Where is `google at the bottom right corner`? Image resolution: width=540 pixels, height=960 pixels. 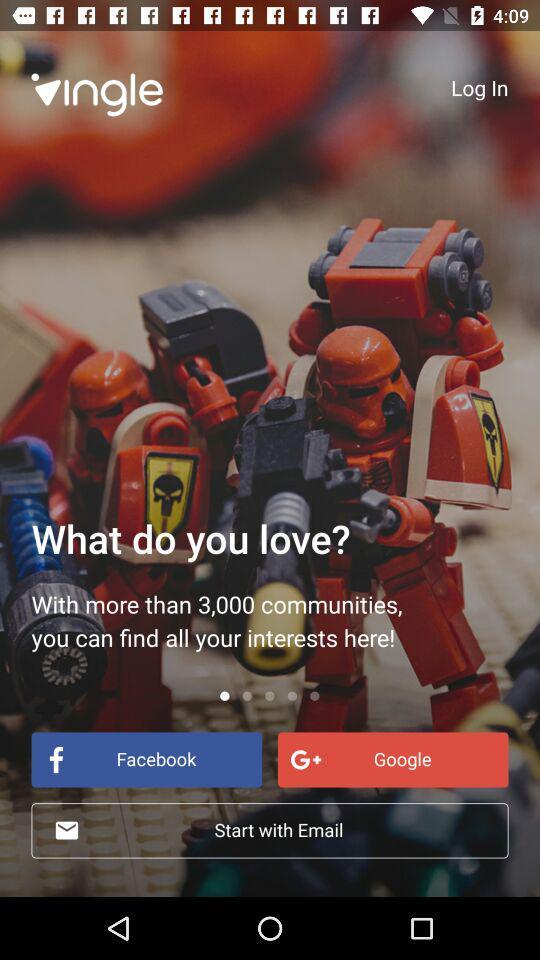
google at the bottom right corner is located at coordinates (393, 758).